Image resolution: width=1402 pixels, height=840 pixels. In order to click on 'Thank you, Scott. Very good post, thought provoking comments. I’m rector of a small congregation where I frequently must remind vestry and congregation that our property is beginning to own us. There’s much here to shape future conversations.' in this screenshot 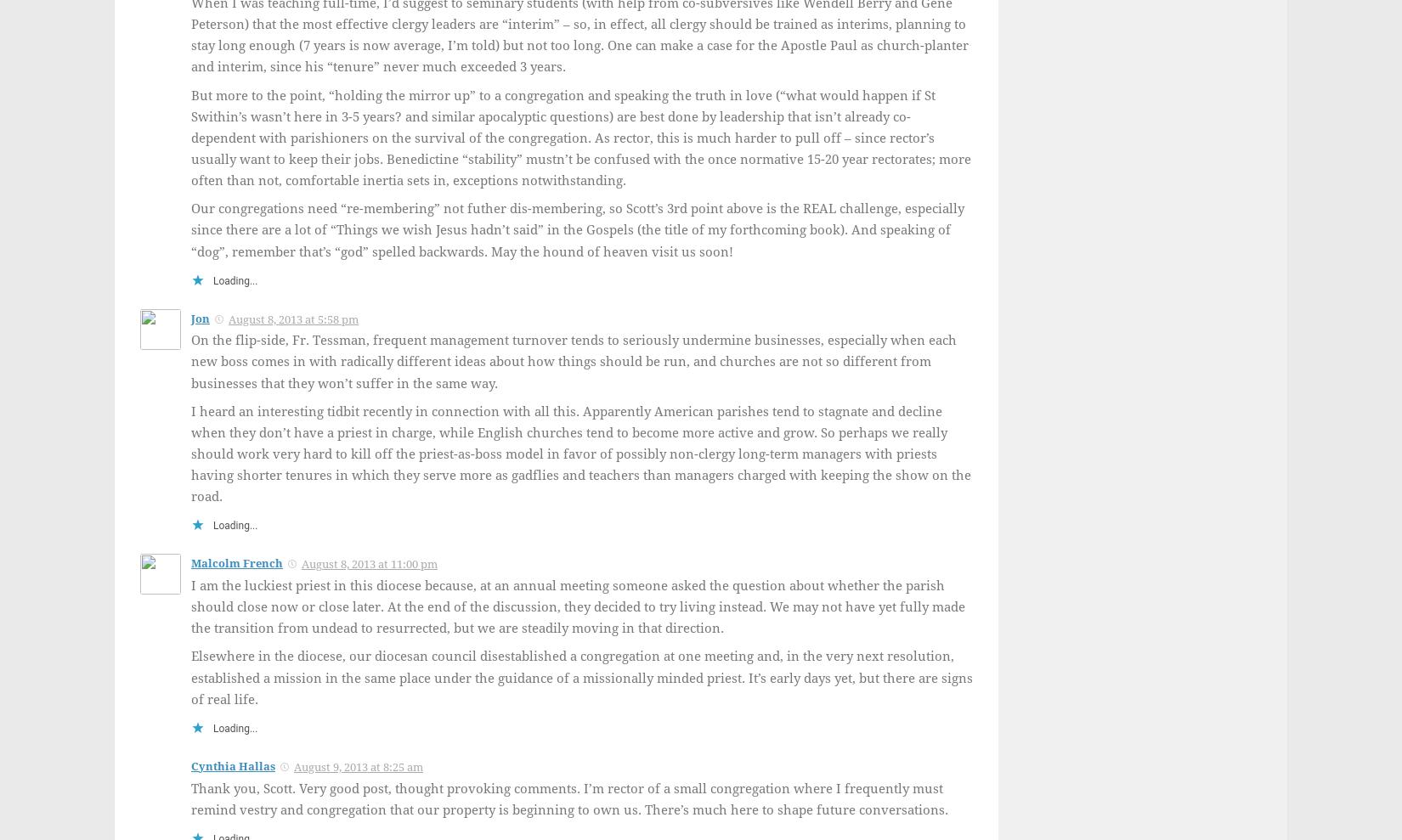, I will do `click(568, 798)`.